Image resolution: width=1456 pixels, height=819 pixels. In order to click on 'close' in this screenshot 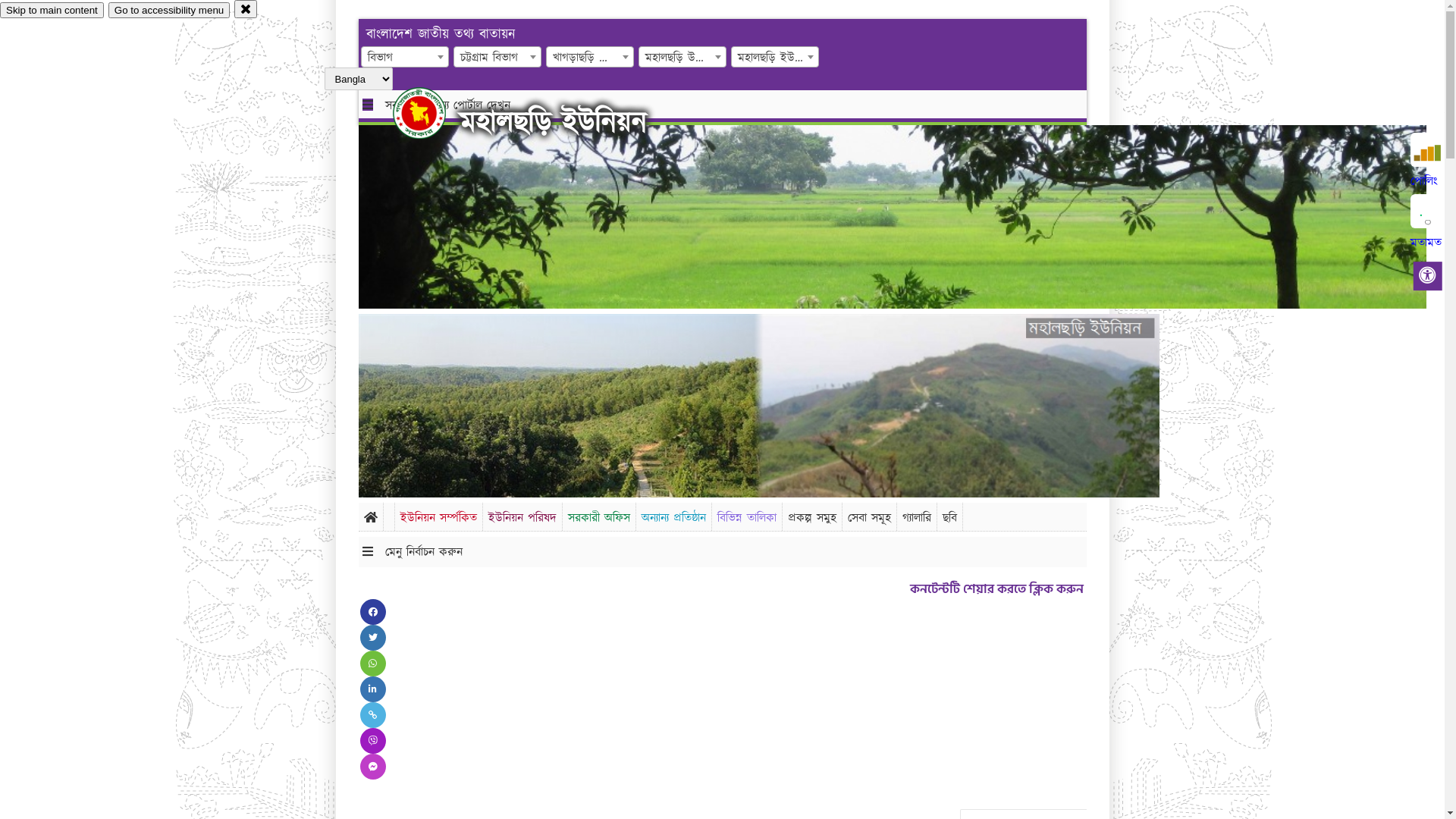, I will do `click(246, 8)`.